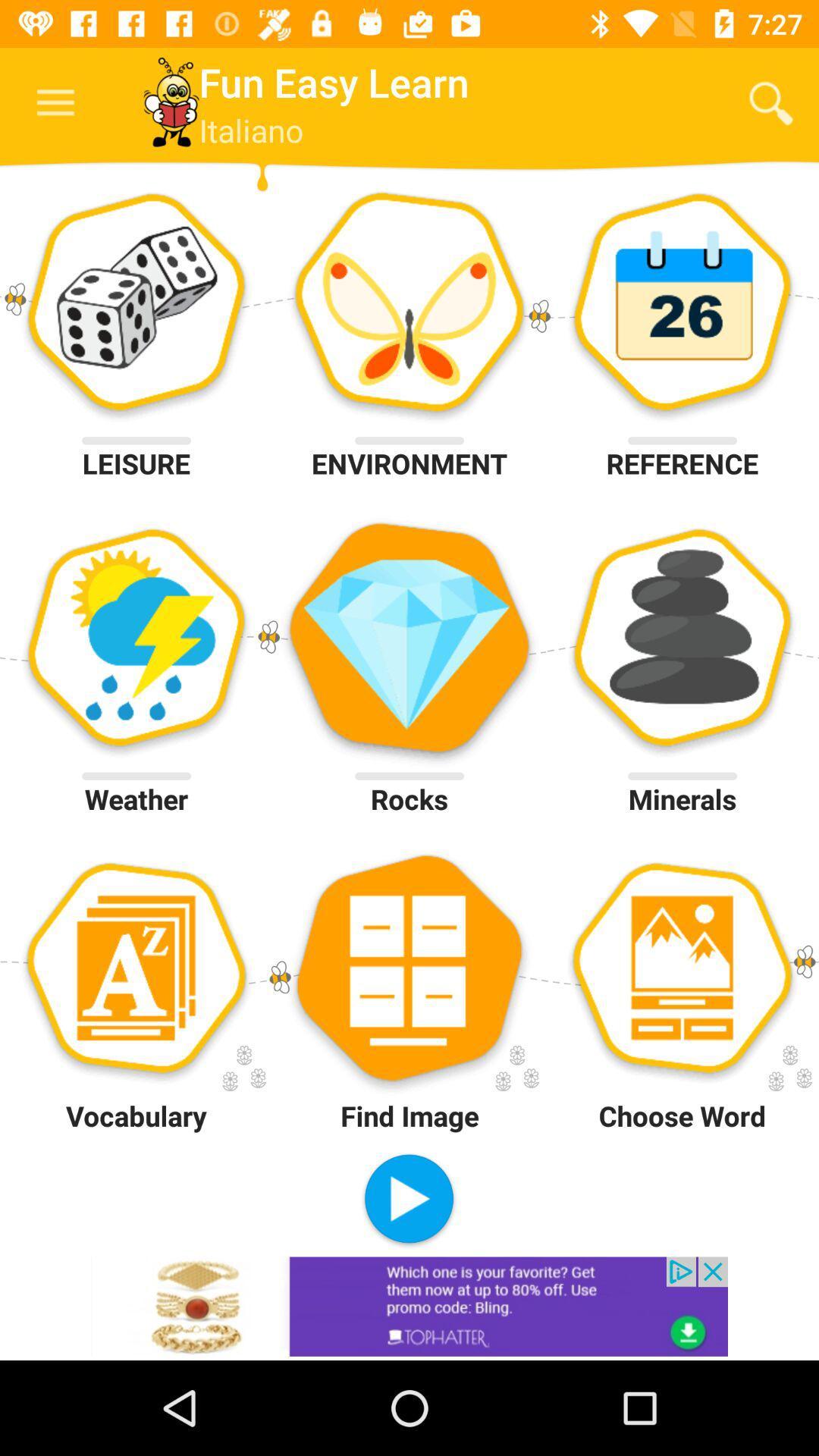 Image resolution: width=819 pixels, height=1456 pixels. What do you see at coordinates (408, 1200) in the screenshot?
I see `next page` at bounding box center [408, 1200].